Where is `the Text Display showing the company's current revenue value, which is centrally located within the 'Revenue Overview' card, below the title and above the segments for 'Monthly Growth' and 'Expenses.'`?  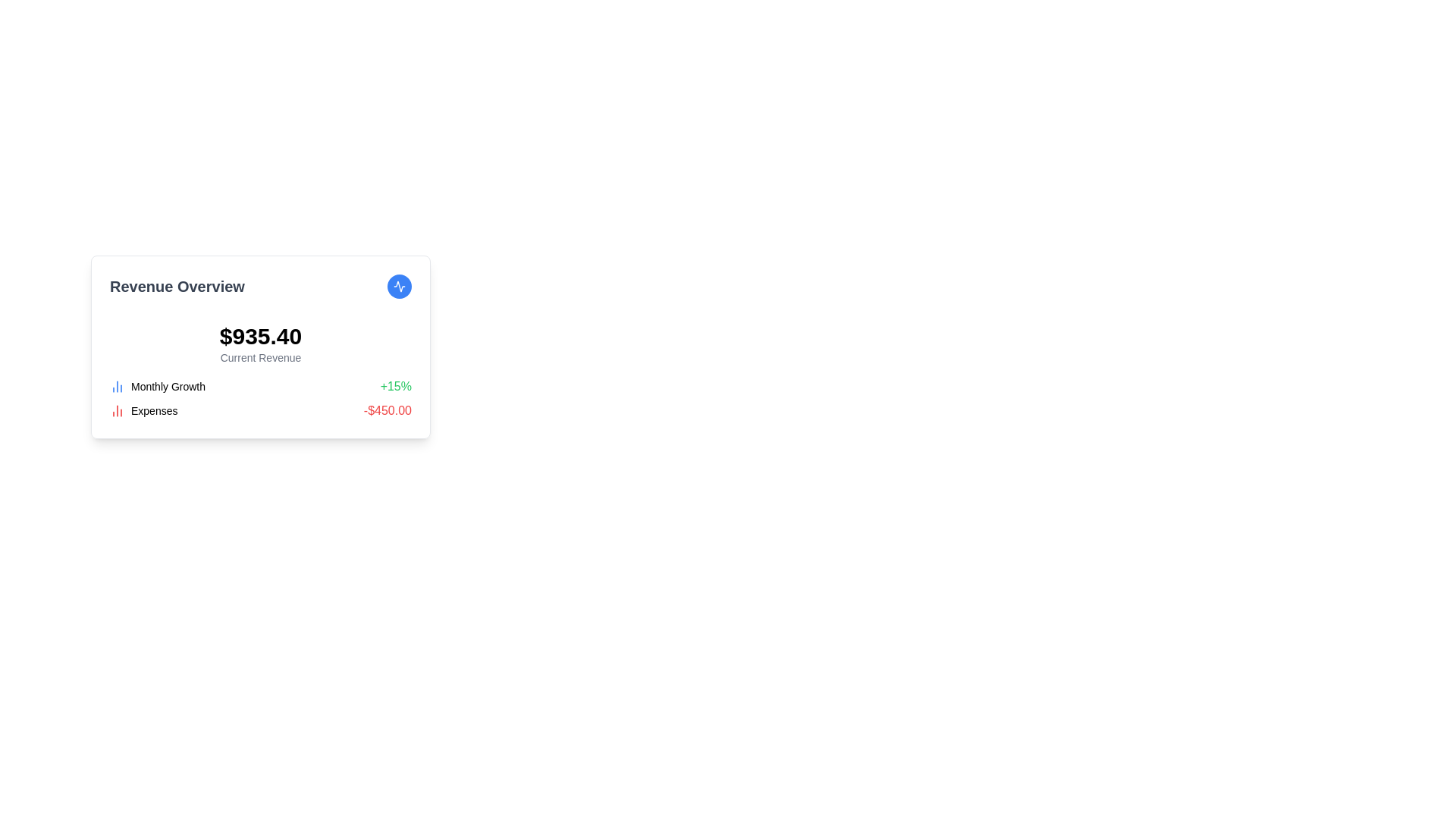 the Text Display showing the company's current revenue value, which is centrally located within the 'Revenue Overview' card, below the title and above the segments for 'Monthly Growth' and 'Expenses.' is located at coordinates (261, 344).